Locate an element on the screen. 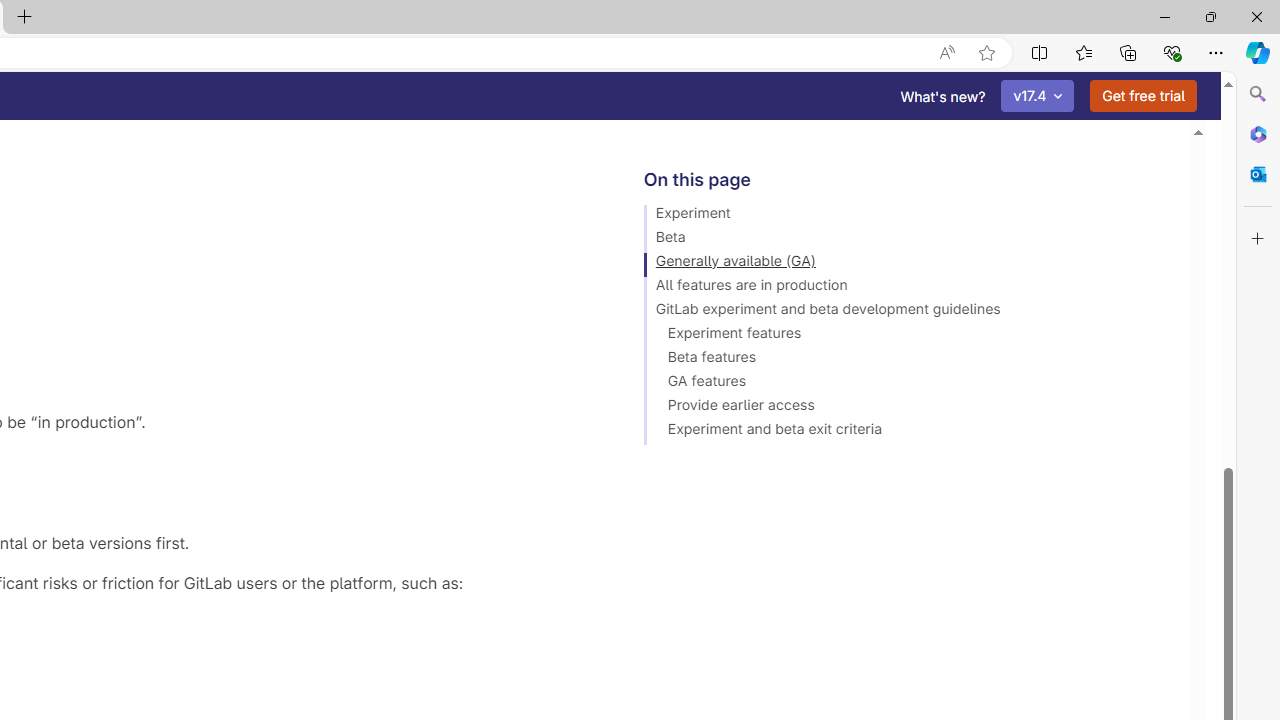 This screenshot has height=720, width=1280. 'What' is located at coordinates (942, 96).